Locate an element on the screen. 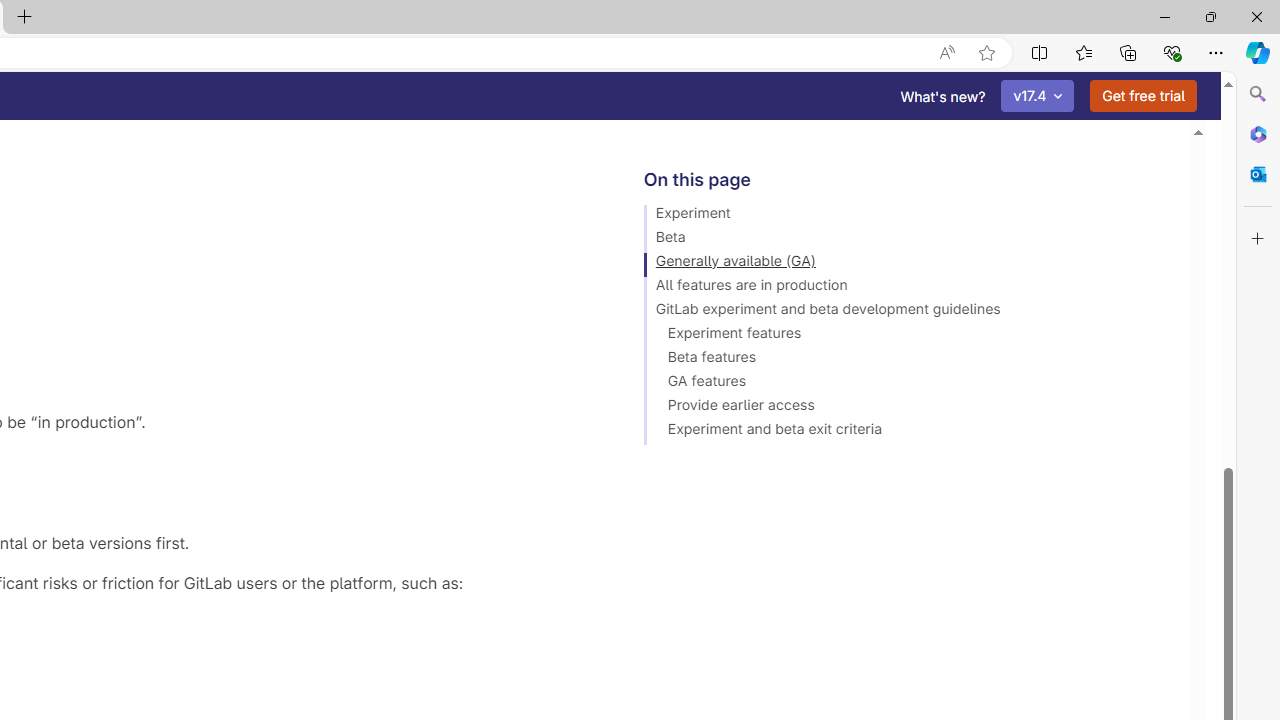 This screenshot has height=720, width=1280. 'What' is located at coordinates (942, 96).